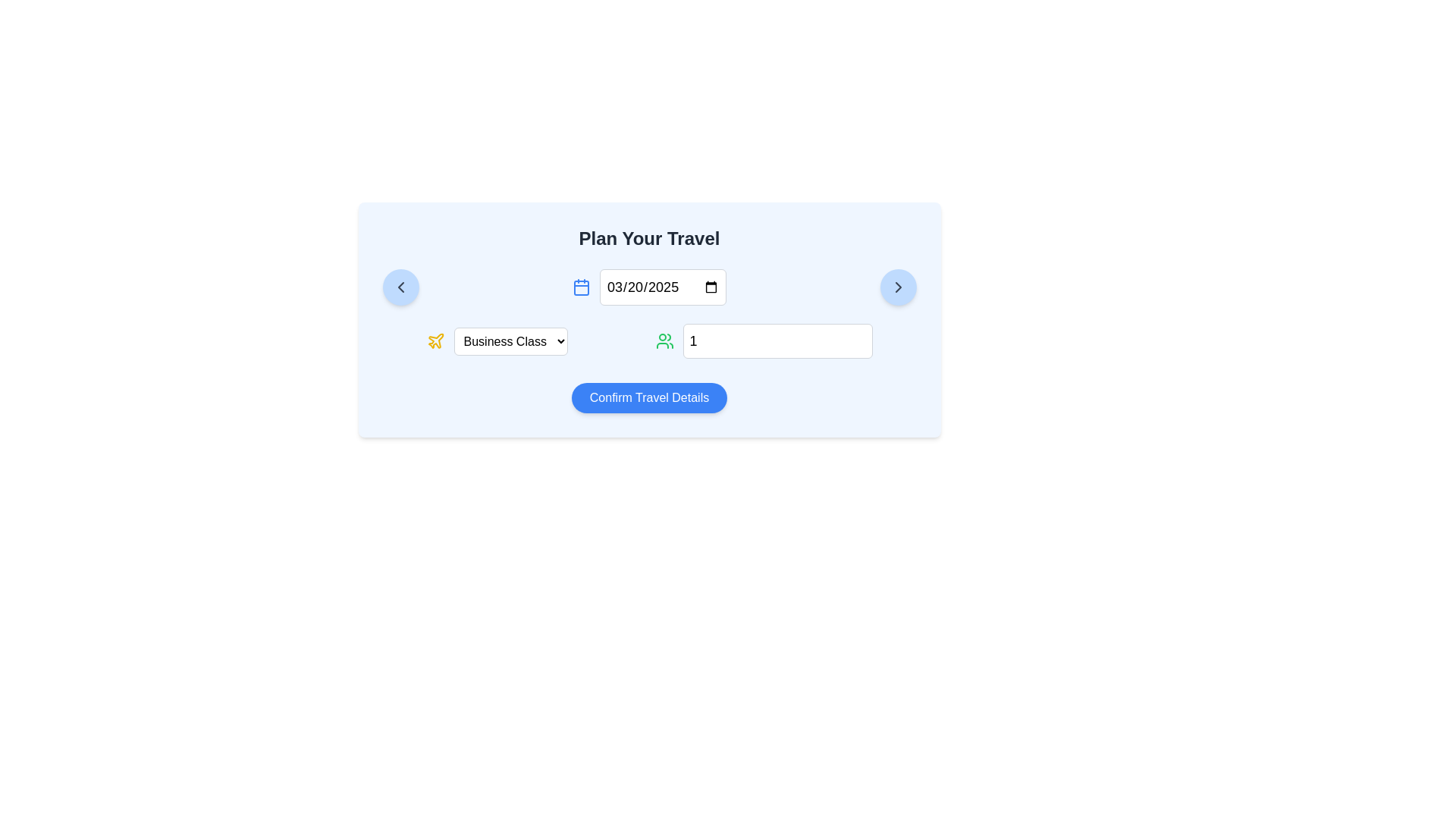 This screenshot has width=1456, height=819. What do you see at coordinates (581, 288) in the screenshot?
I see `the graphical element inside the calendar icon, located near its central upper-left quadrant, which visually represents part of the calendar` at bounding box center [581, 288].